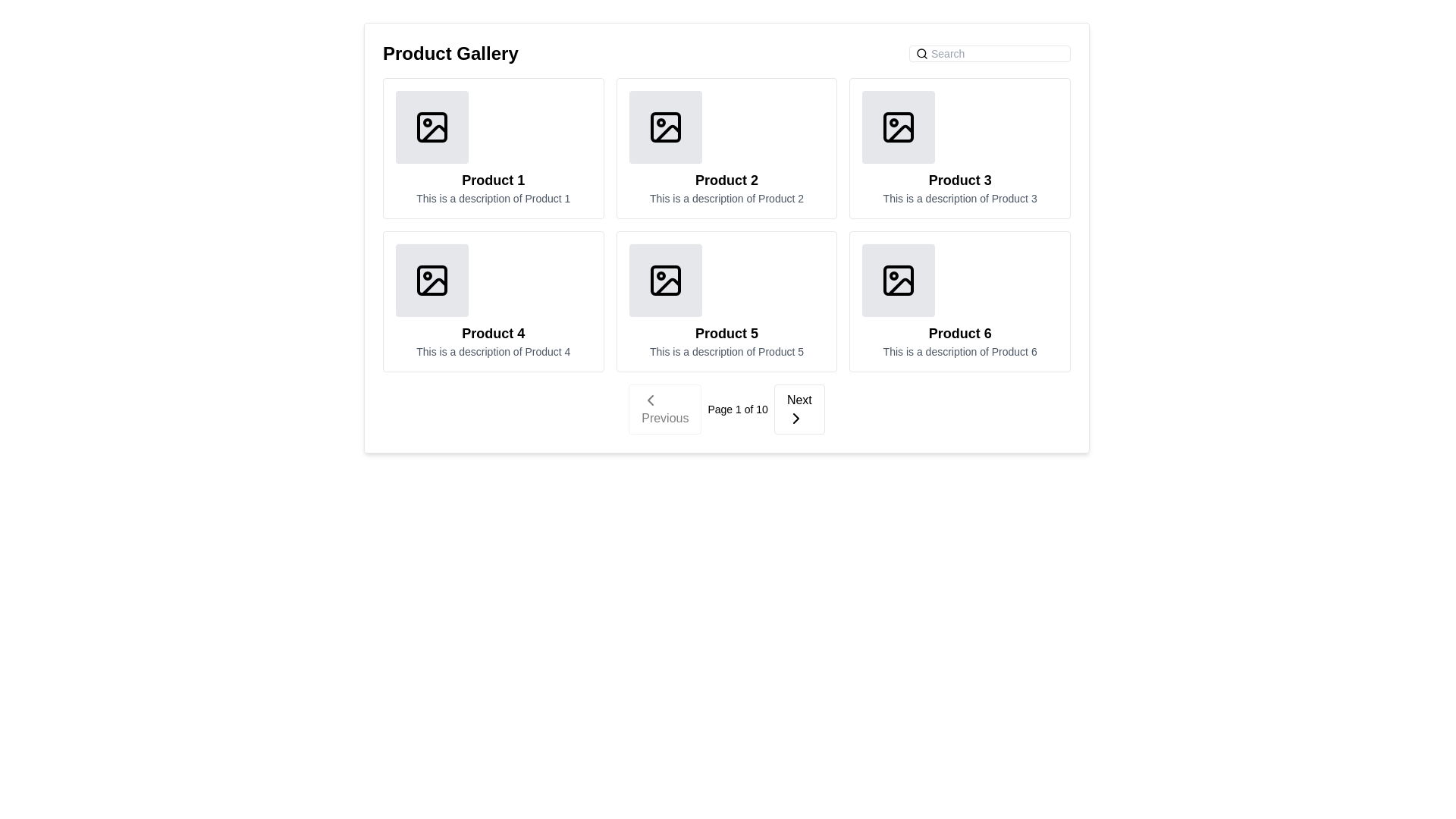 Image resolution: width=1456 pixels, height=819 pixels. What do you see at coordinates (665, 281) in the screenshot?
I see `the graphical icon component representing the image placeholder for 'Product 5' in the product gallery` at bounding box center [665, 281].